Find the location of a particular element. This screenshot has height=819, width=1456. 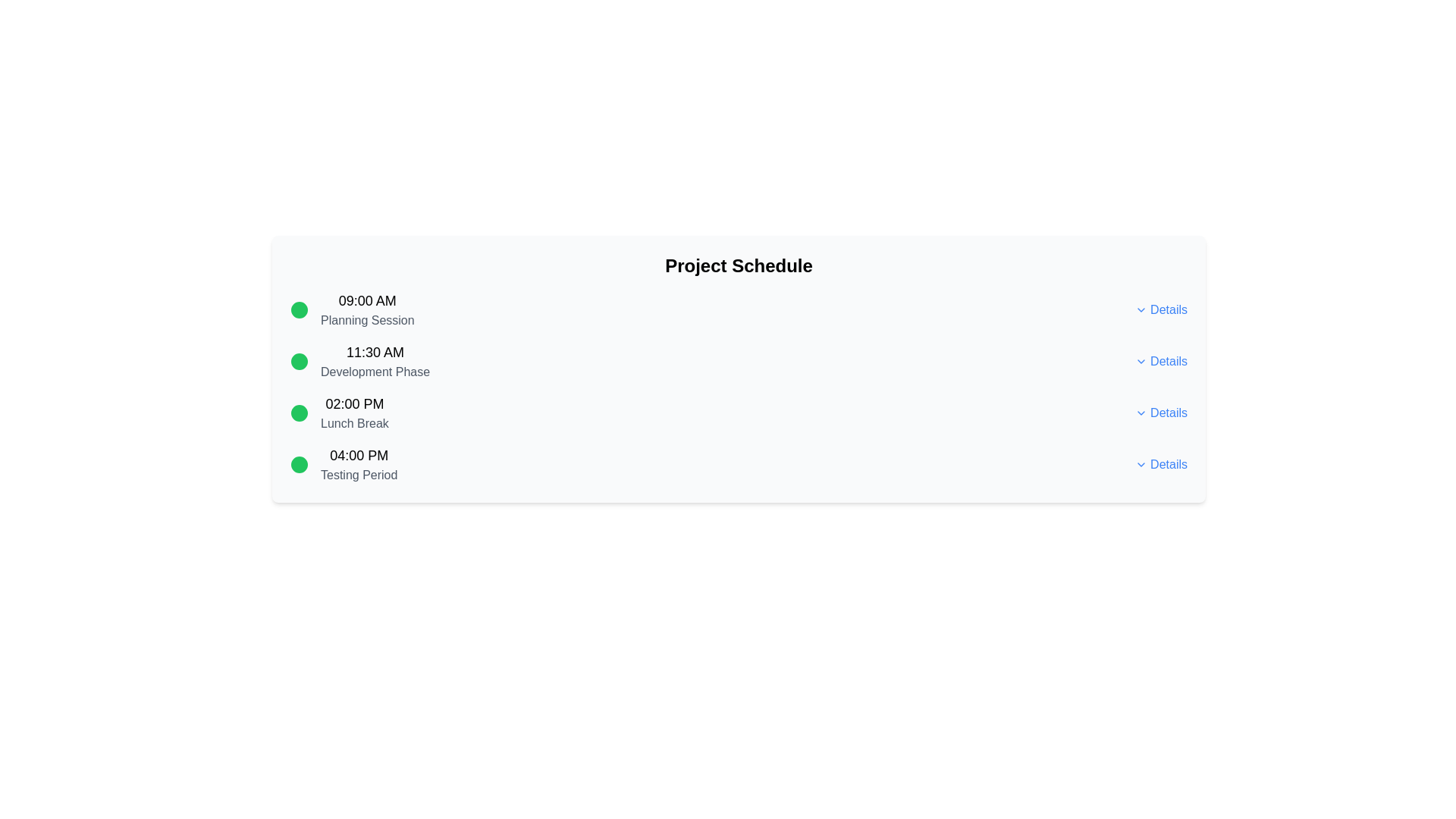

the downward chevron icon located to the left of the 'Details' label is located at coordinates (1141, 362).